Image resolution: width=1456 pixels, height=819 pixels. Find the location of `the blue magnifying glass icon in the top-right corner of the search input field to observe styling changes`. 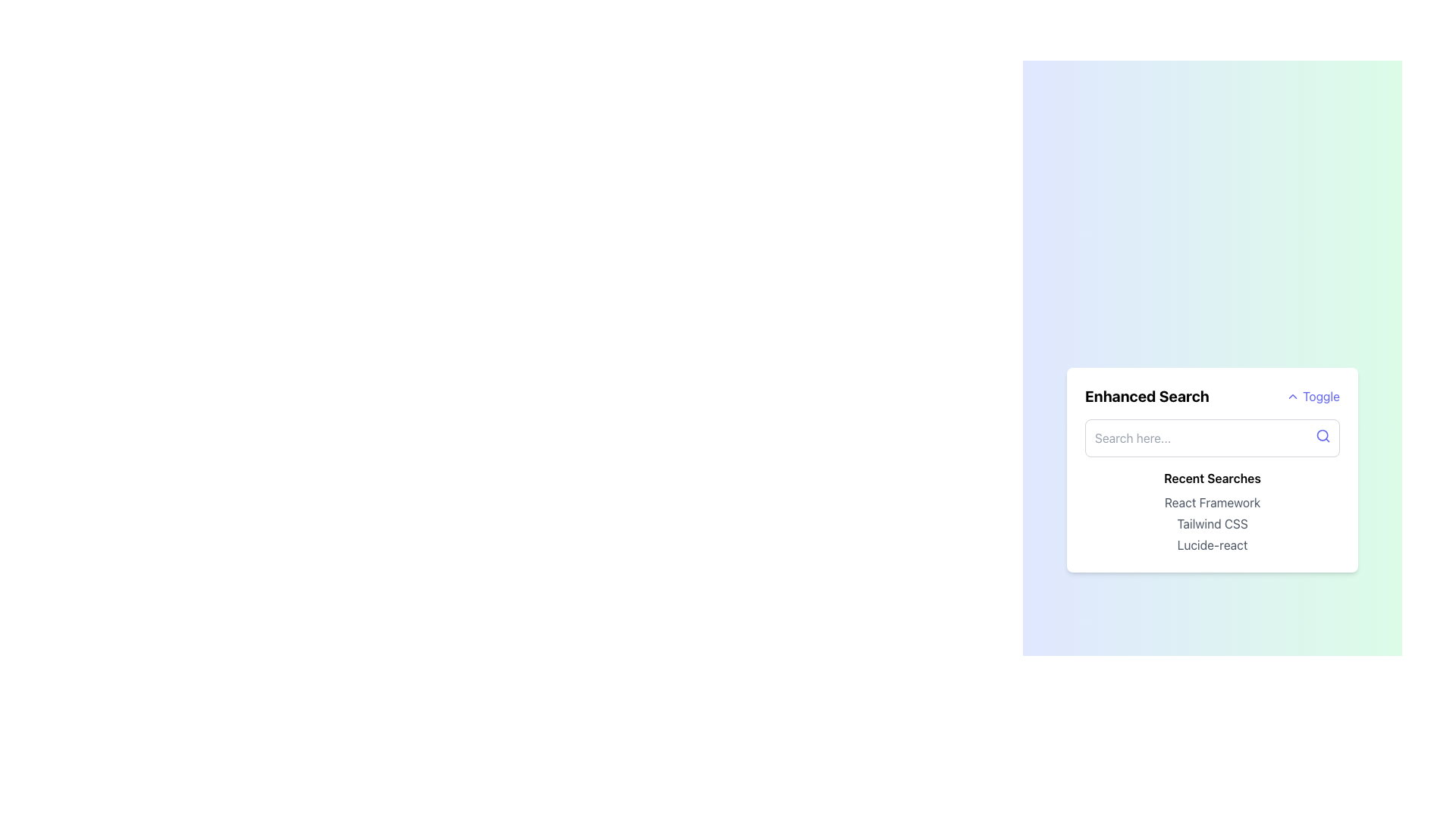

the blue magnifying glass icon in the top-right corner of the search input field to observe styling changes is located at coordinates (1323, 435).